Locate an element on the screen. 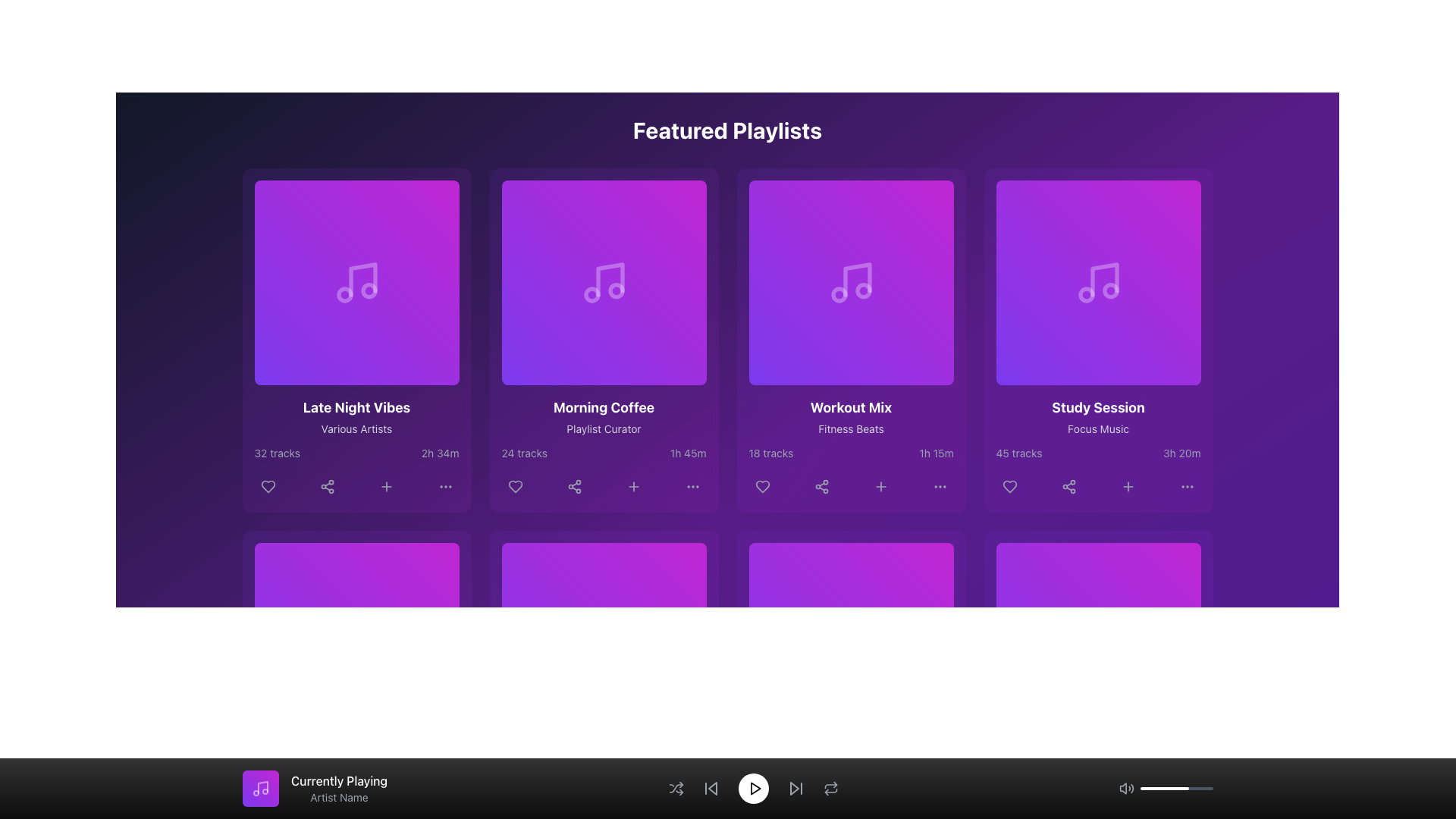 The height and width of the screenshot is (819, 1456). text label displaying '24 tracks' located under the 'Morning Coffee' playlist card, which is rendered in white on a dark purple background is located at coordinates (524, 452).